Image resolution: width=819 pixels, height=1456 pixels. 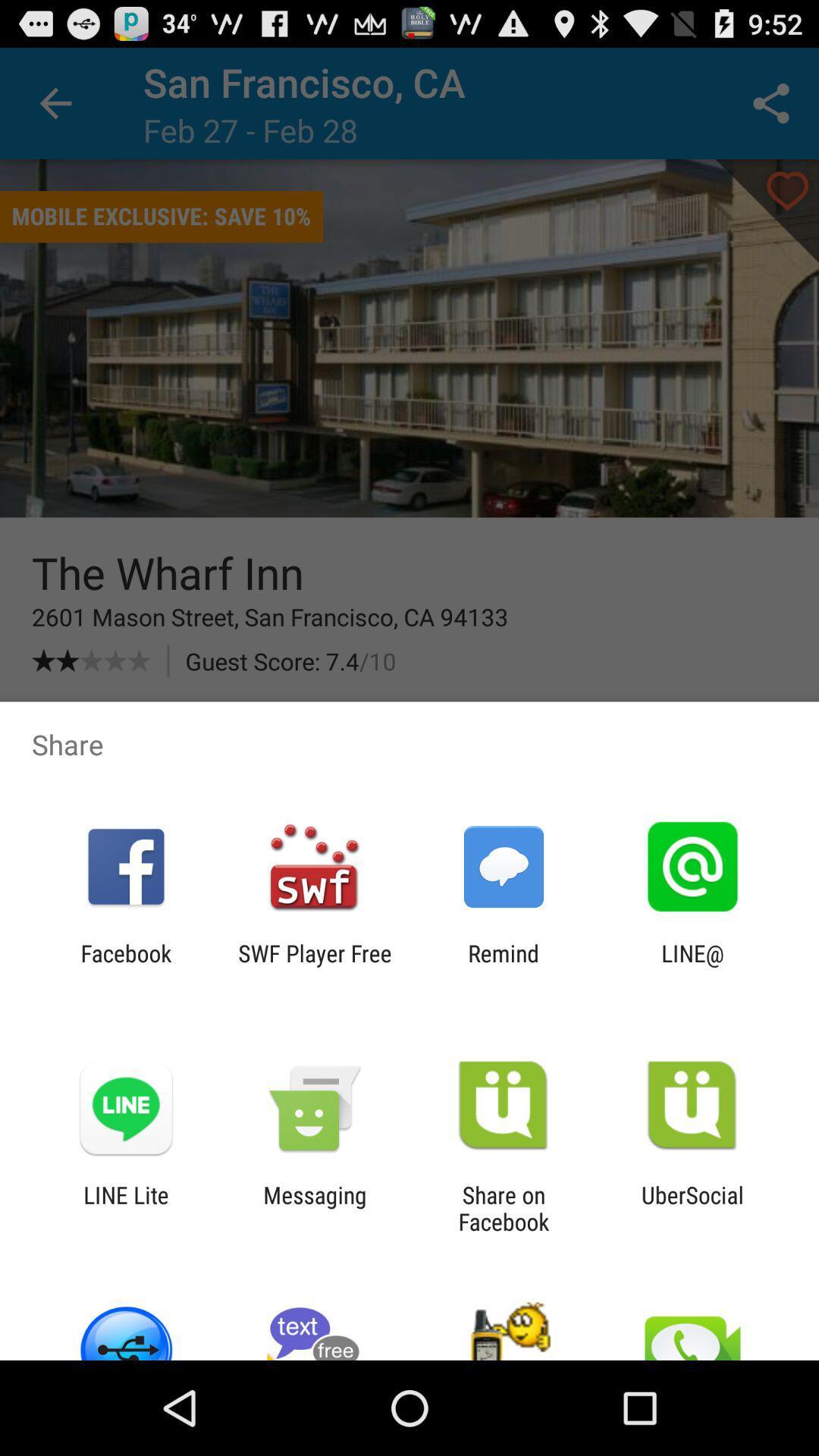 What do you see at coordinates (504, 966) in the screenshot?
I see `app to the right of the swf player free icon` at bounding box center [504, 966].